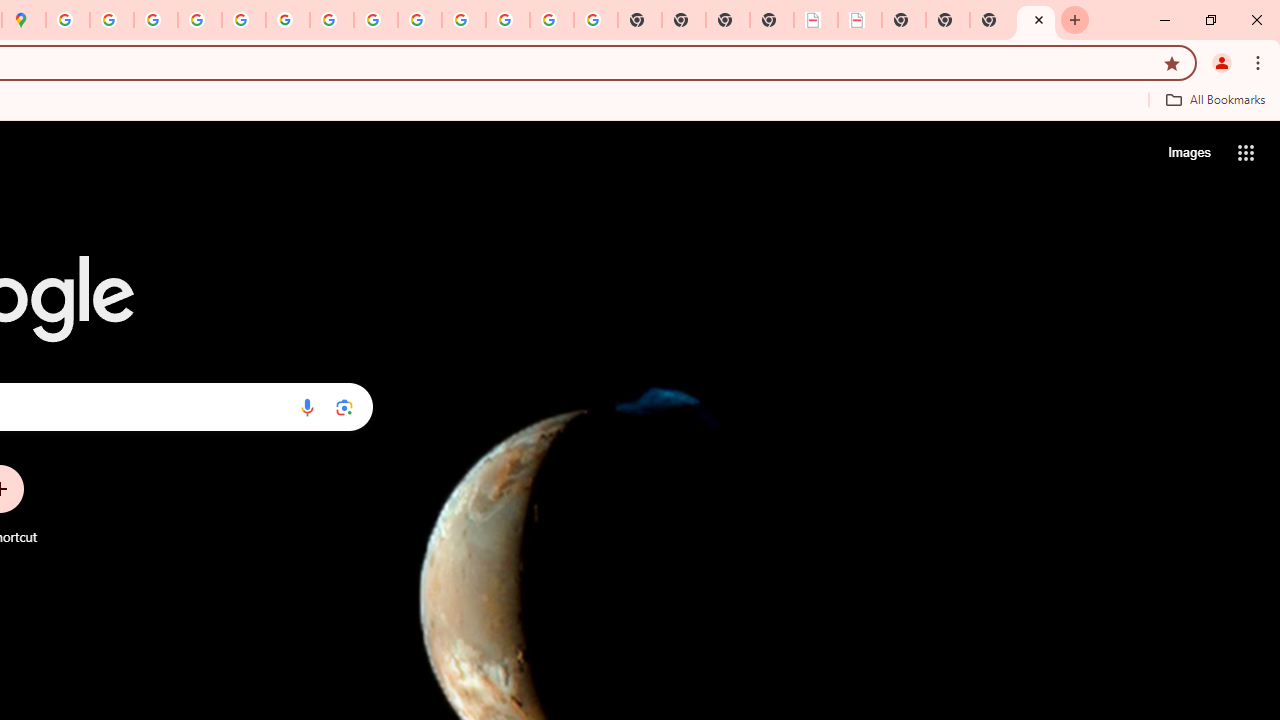  I want to click on 'Privacy Help Center - Policies Help', so click(199, 20).